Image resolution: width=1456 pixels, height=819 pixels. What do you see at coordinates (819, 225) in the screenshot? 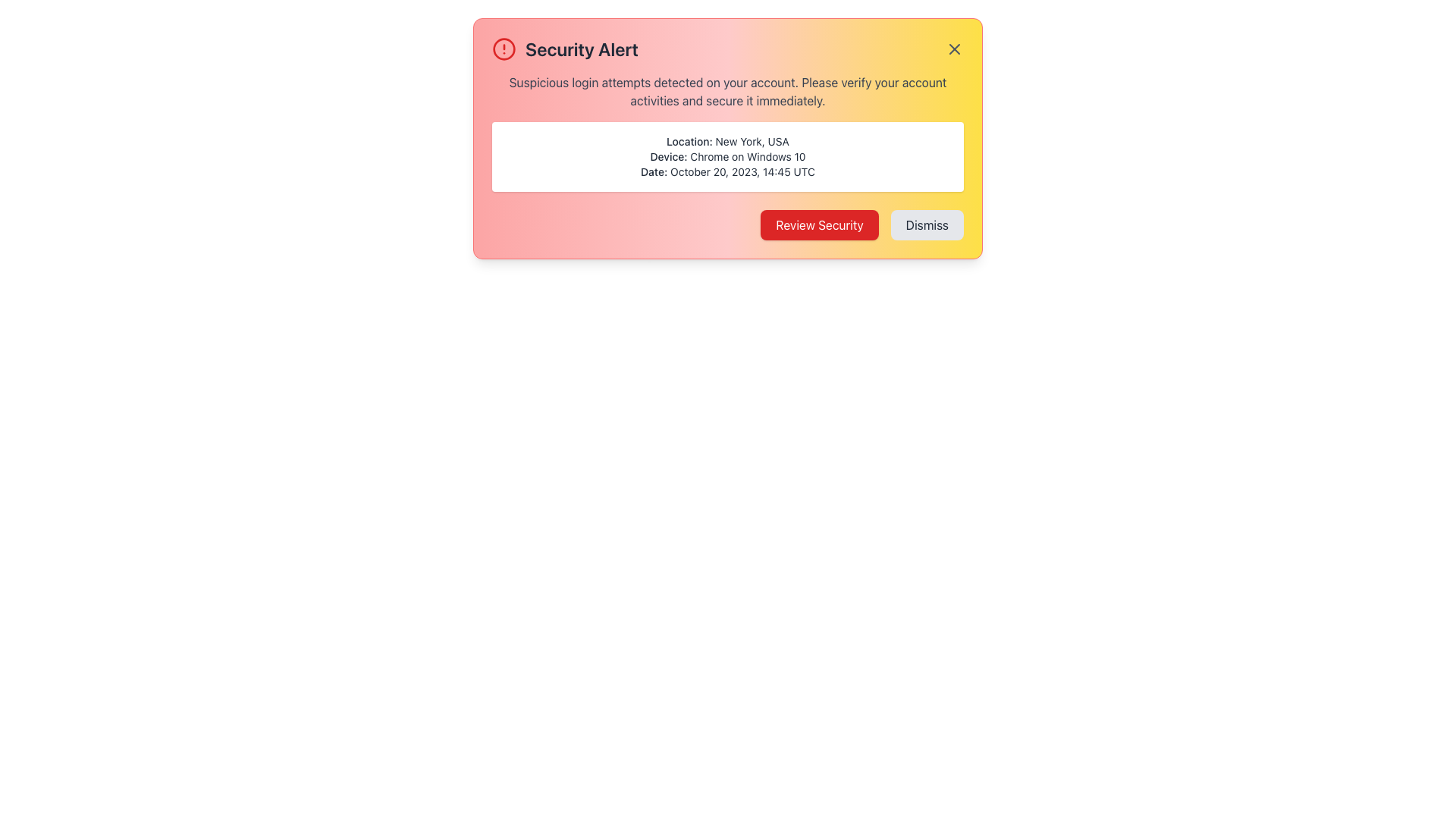
I see `the security review call-to-action button located in the bottom-right section of the alert box, positioned to the left of the 'Dismiss' button` at bounding box center [819, 225].